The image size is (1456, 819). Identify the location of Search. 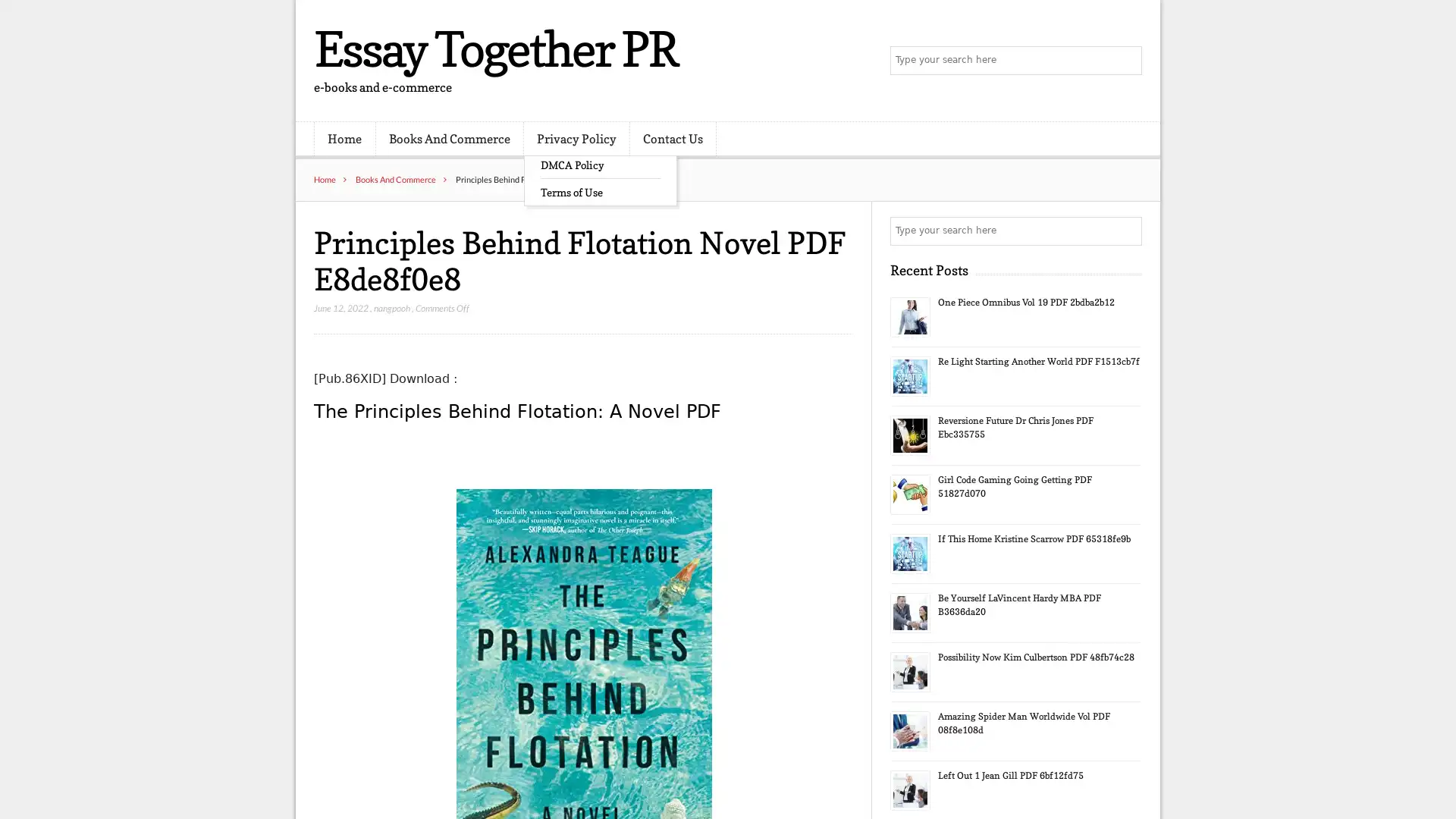
(1126, 231).